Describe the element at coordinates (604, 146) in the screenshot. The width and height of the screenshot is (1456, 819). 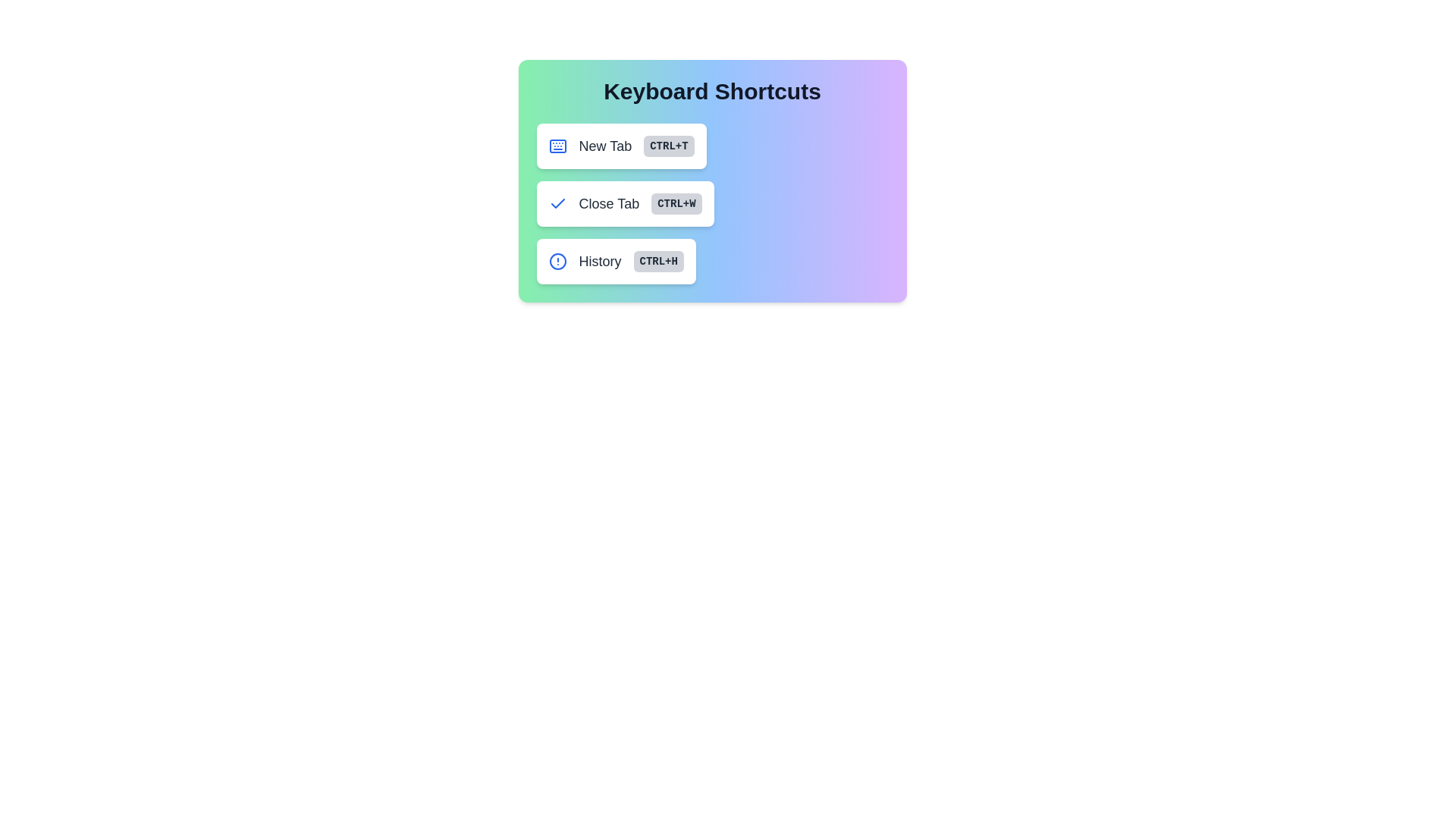
I see `the 'New Tab' text label, which is bold and slightly larger, positioned to the left of the 'Ctrl+T' button within a rounded box group` at that location.